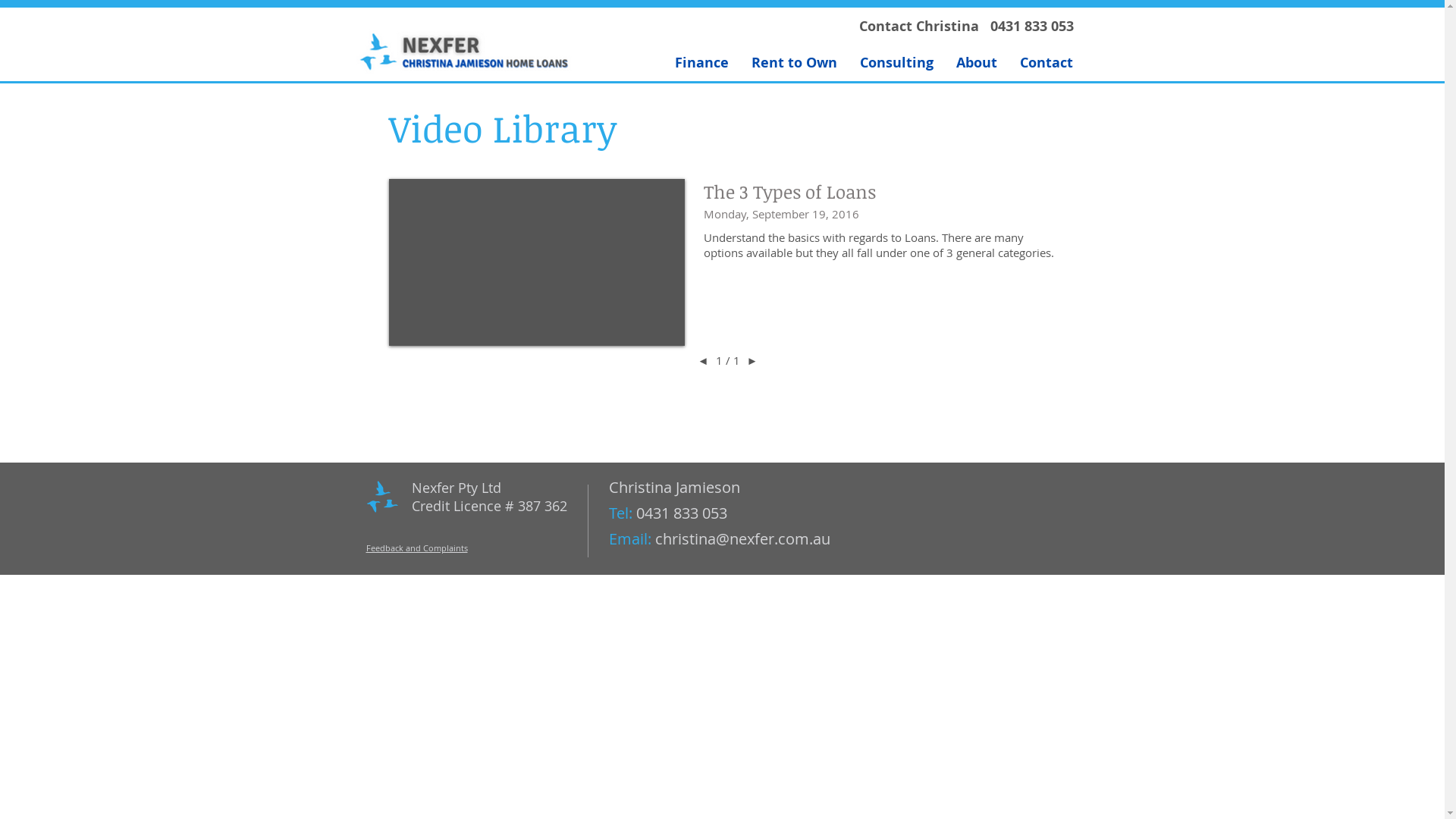 This screenshot has width=1456, height=819. I want to click on 'Contact', so click(1046, 61).